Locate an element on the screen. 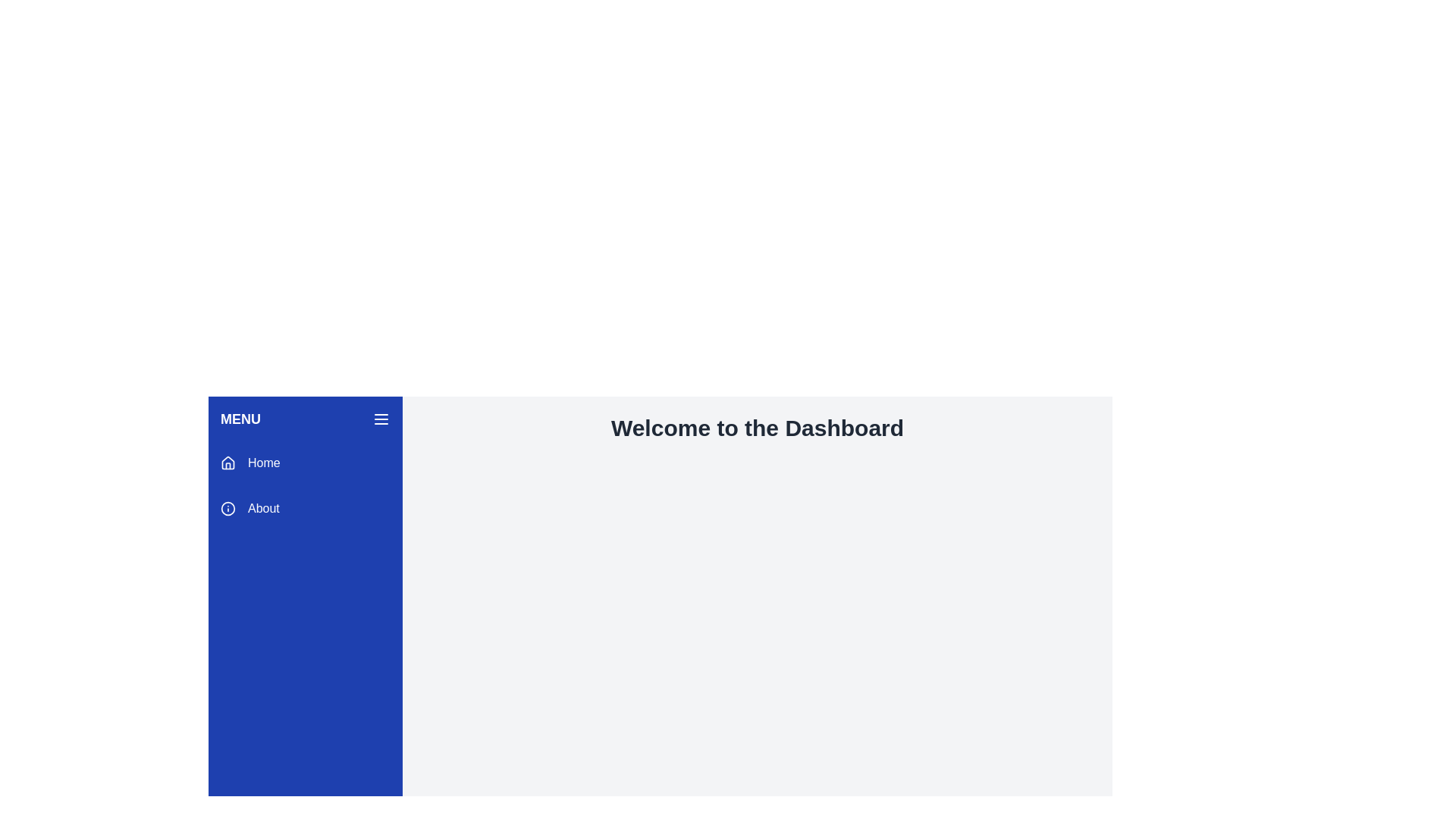 This screenshot has height=819, width=1456. the circular icon with a blue border resembling an 'info' symbol located in the left sidebar, next to the 'About' label is located at coordinates (227, 509).